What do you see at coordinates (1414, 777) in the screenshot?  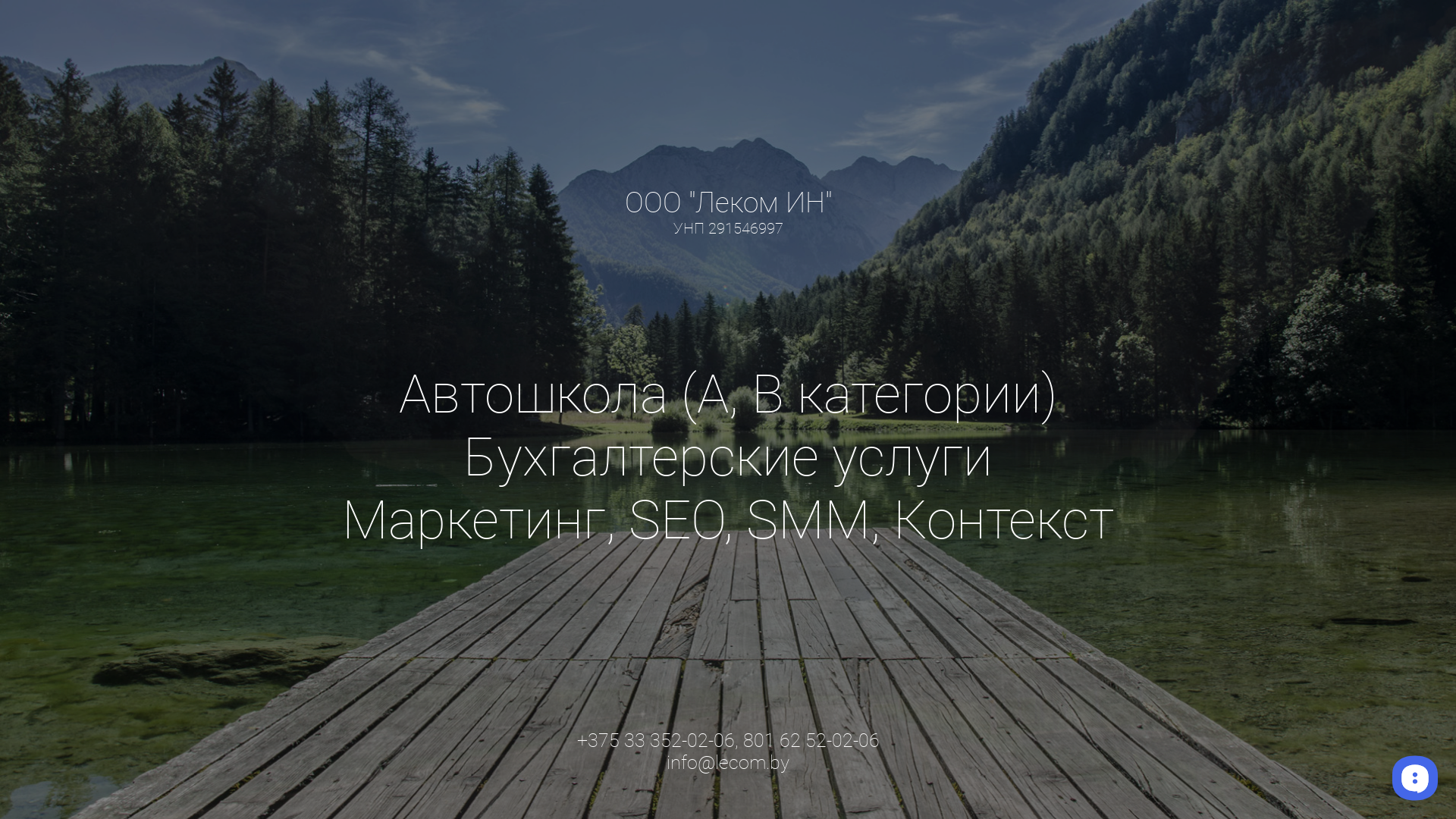 I see `'__replain_widget_iframe'` at bounding box center [1414, 777].